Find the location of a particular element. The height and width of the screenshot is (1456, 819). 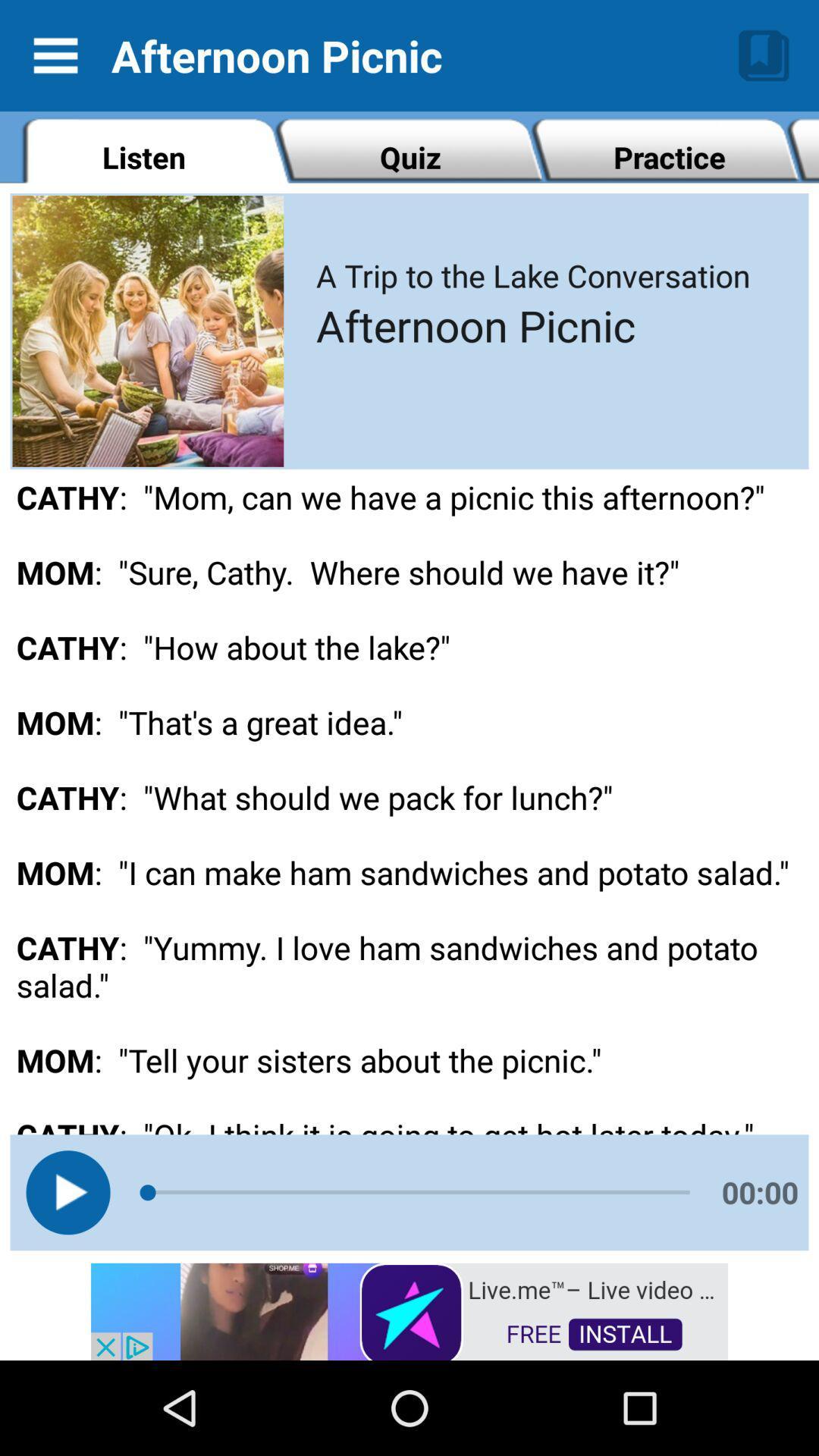

play button is located at coordinates (67, 1191).